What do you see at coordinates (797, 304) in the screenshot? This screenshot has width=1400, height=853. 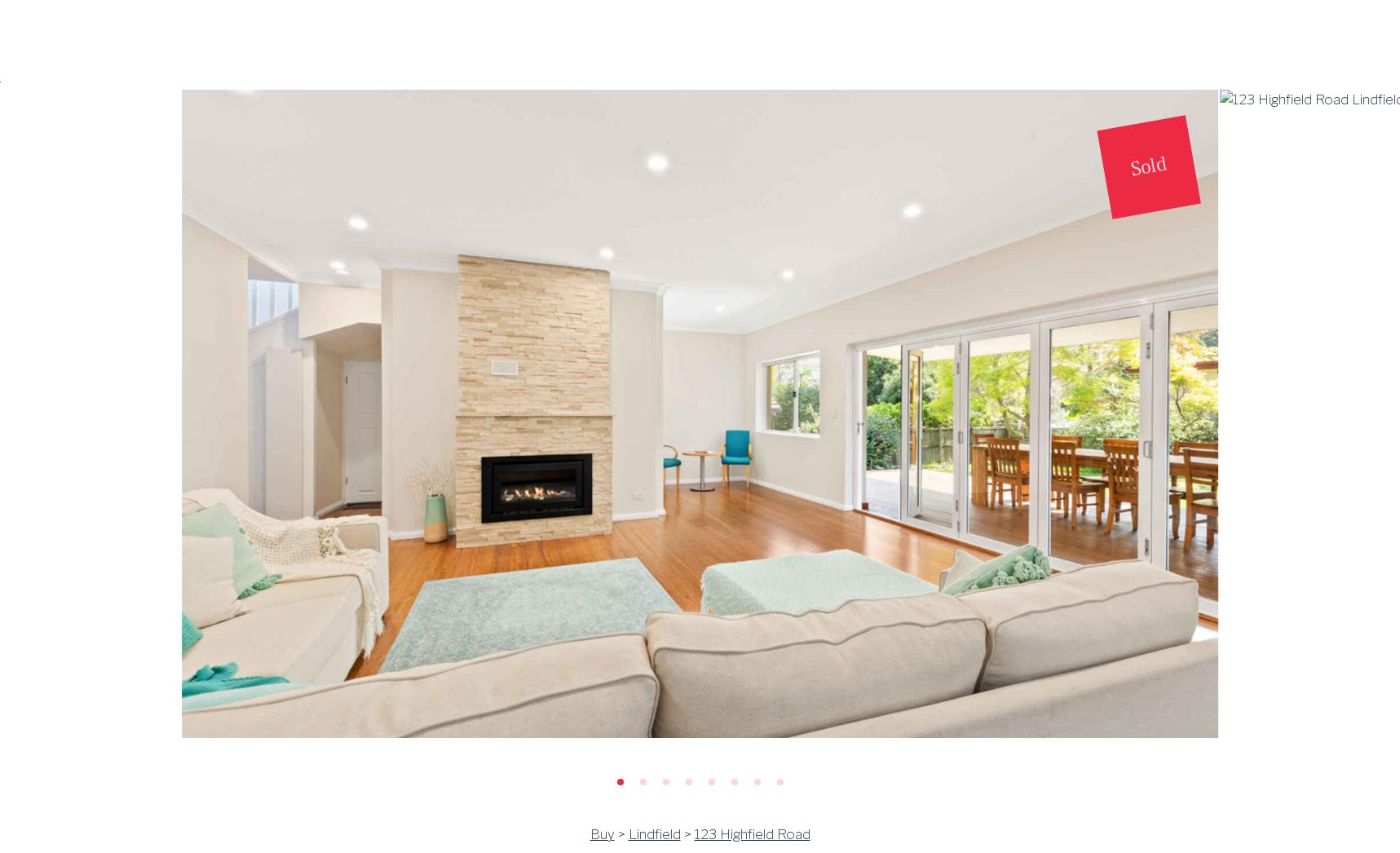 I see `'43 Marlborough Road'` at bounding box center [797, 304].